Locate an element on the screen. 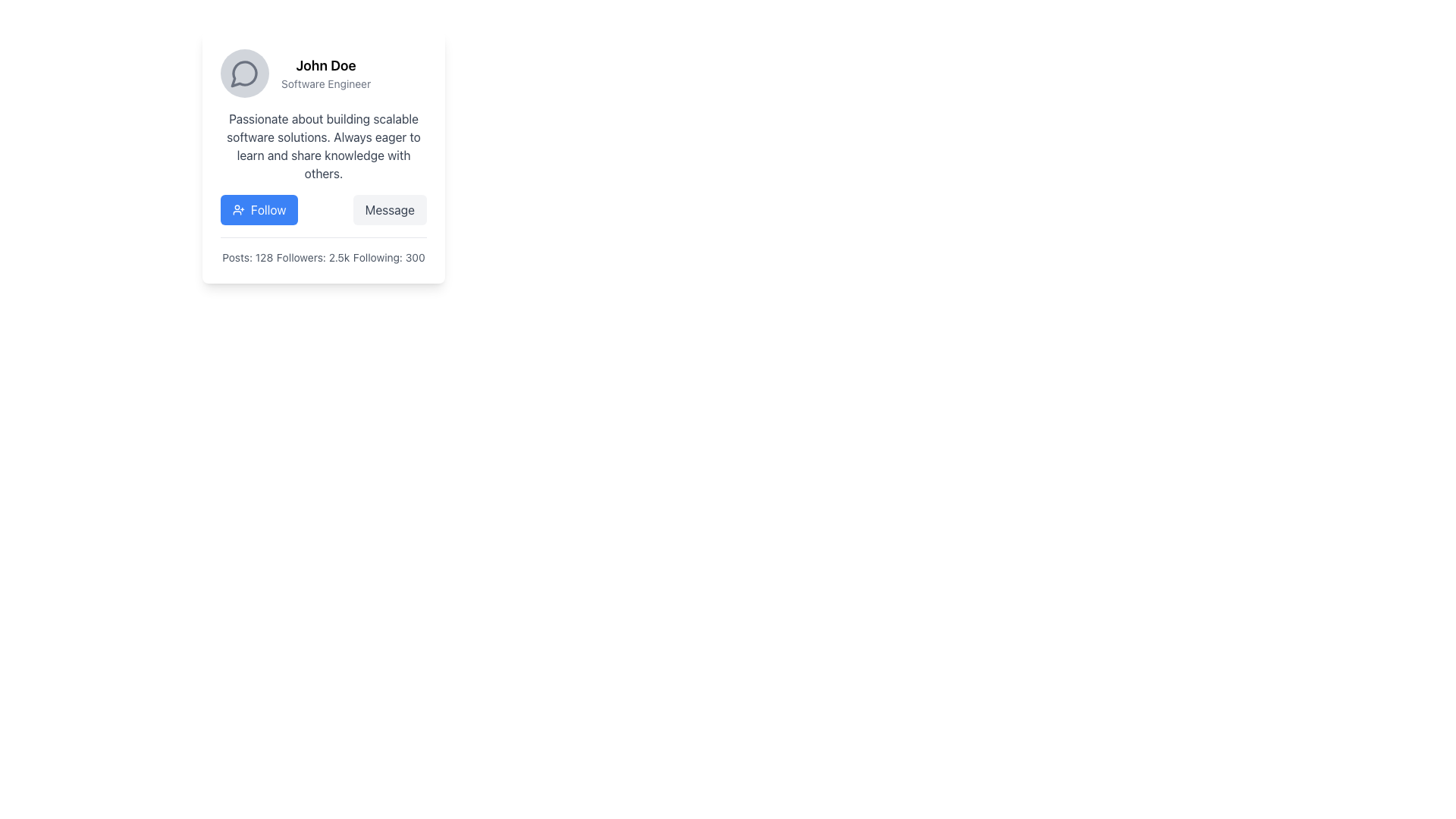  the text label displaying 'Posts: 128', which is located in the lower section of the user profile card, aligned to the left among other statistics is located at coordinates (247, 256).